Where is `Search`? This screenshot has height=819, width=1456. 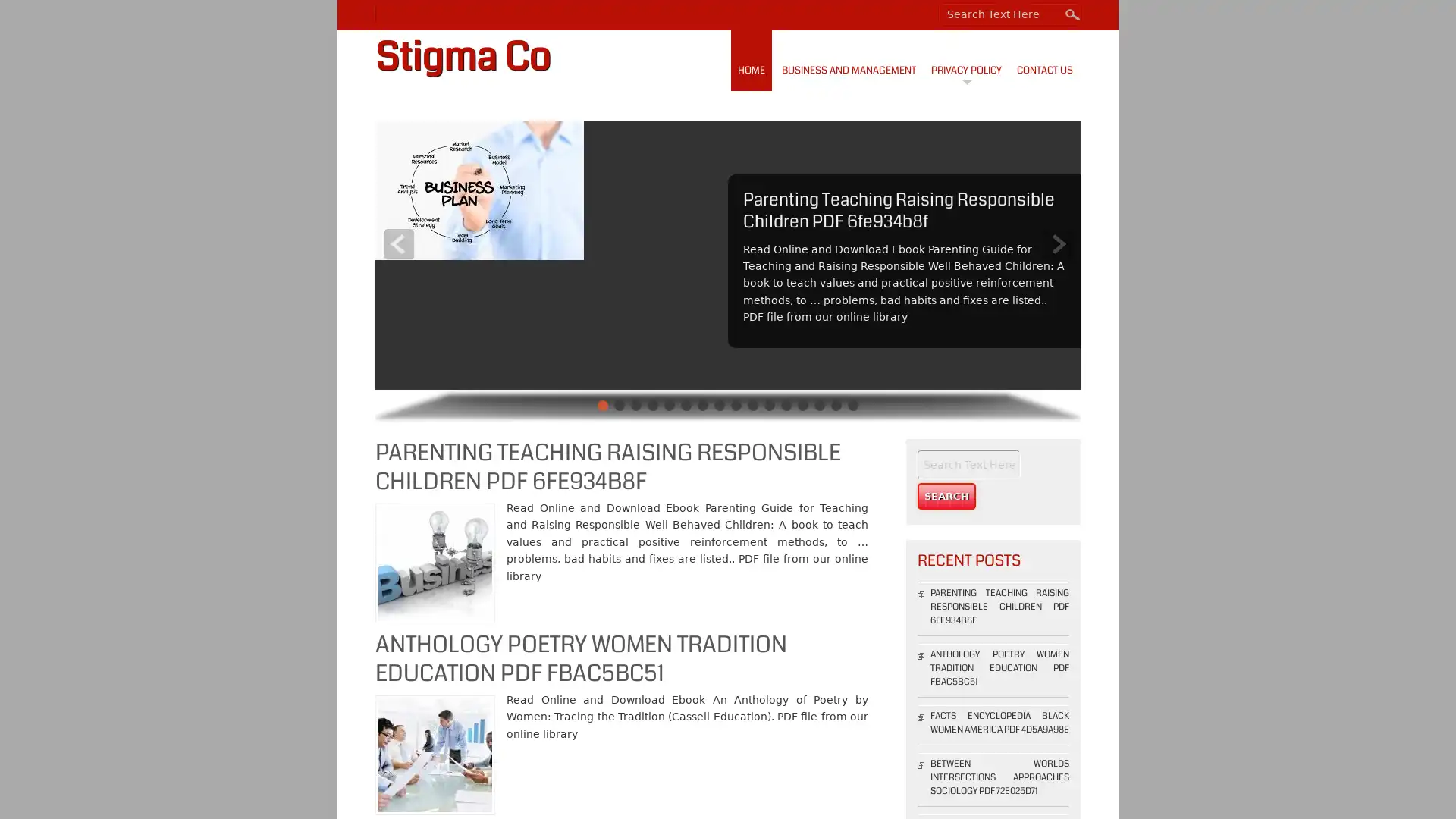
Search is located at coordinates (946, 496).